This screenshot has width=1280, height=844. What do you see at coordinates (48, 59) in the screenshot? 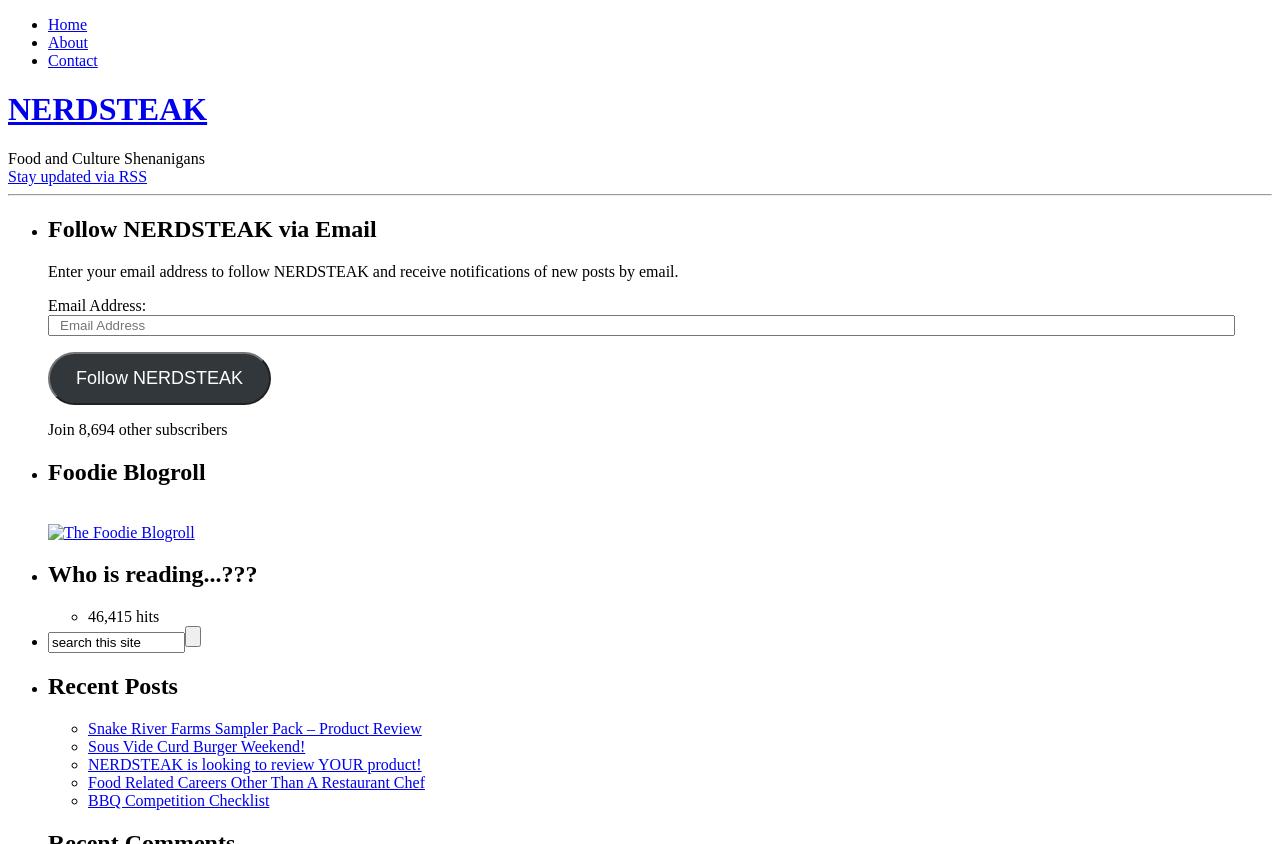
I see `'Contact'` at bounding box center [48, 59].